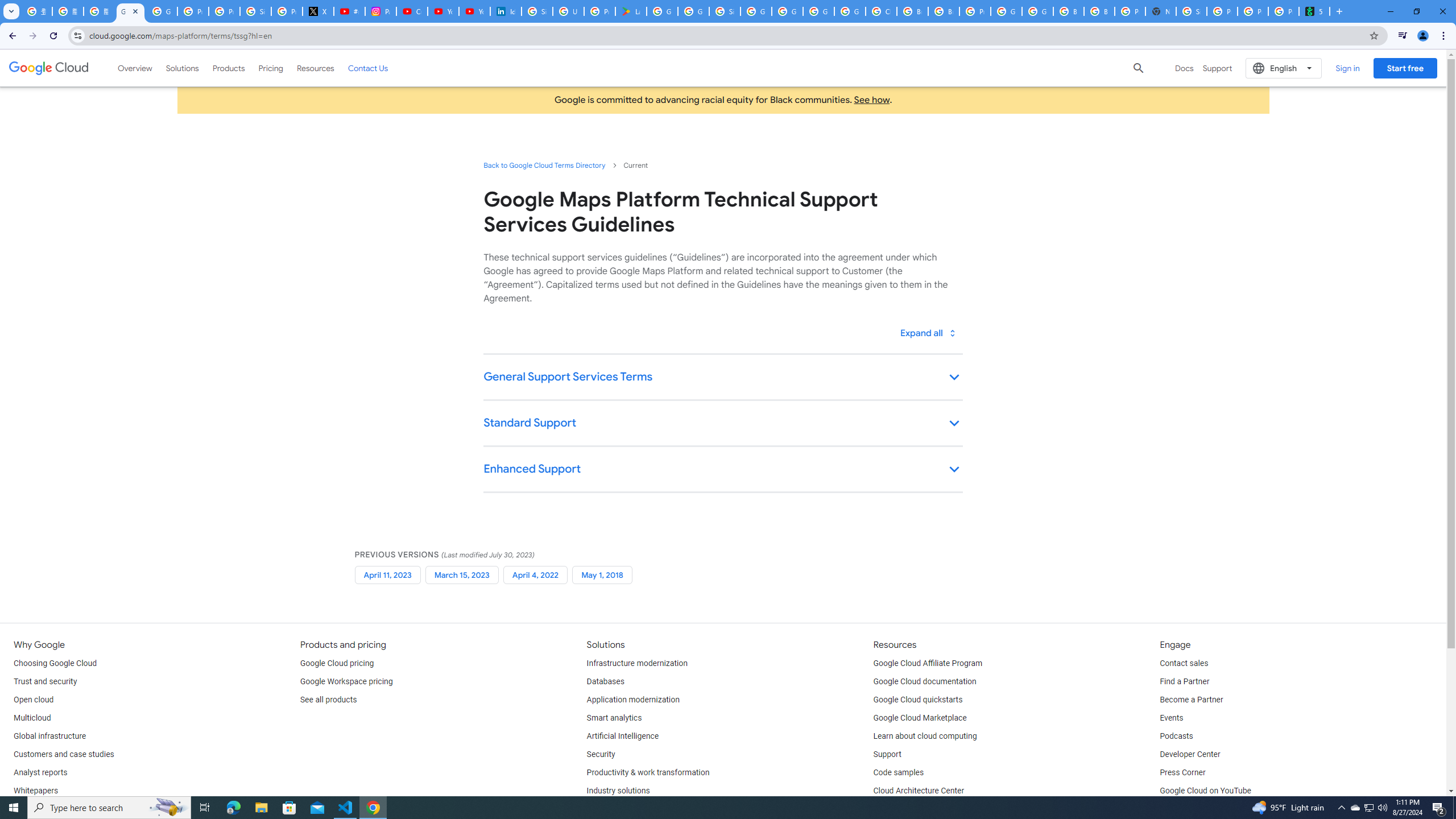 This screenshot has width=1456, height=819. I want to click on 'Security', so click(601, 754).